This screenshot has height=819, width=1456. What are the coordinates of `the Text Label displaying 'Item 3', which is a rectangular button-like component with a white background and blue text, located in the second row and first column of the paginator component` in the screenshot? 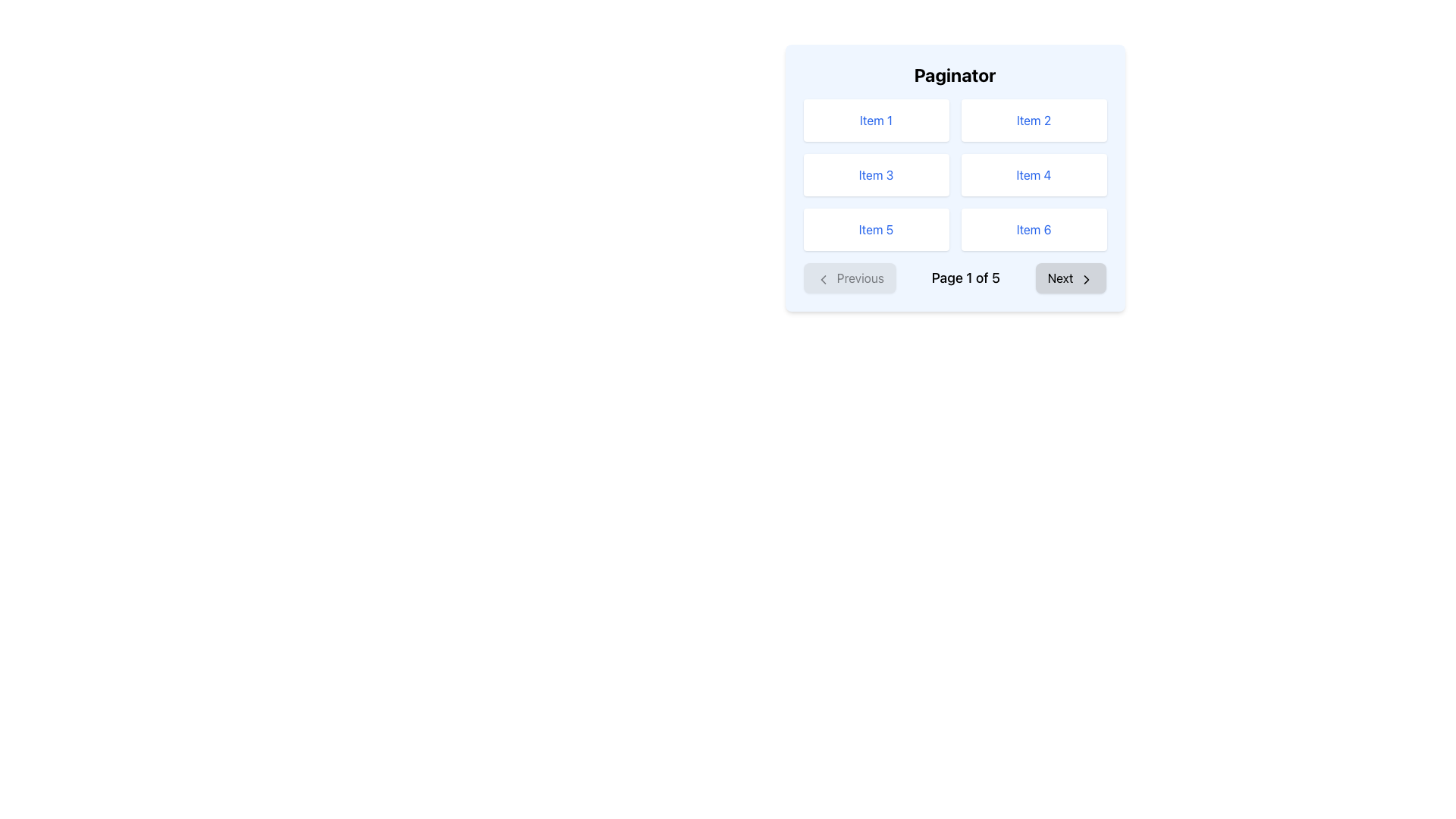 It's located at (876, 174).